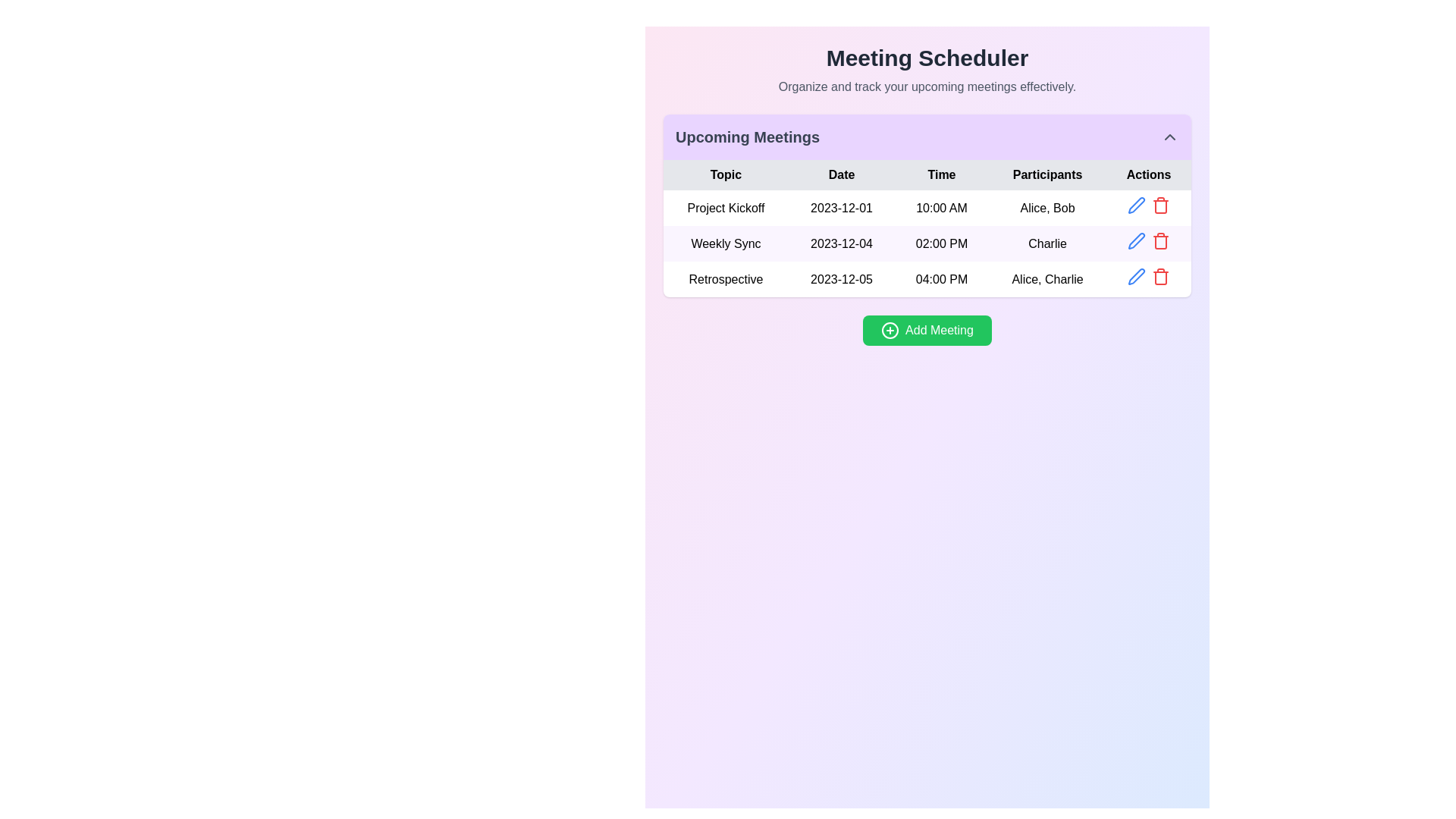 The width and height of the screenshot is (1456, 819). Describe the element at coordinates (927, 207) in the screenshot. I see `the Meeting Entry Row for 'Project Kickoff' scheduled on '2023-12-01' at '10:00 AM' to check for visual feedback` at that location.